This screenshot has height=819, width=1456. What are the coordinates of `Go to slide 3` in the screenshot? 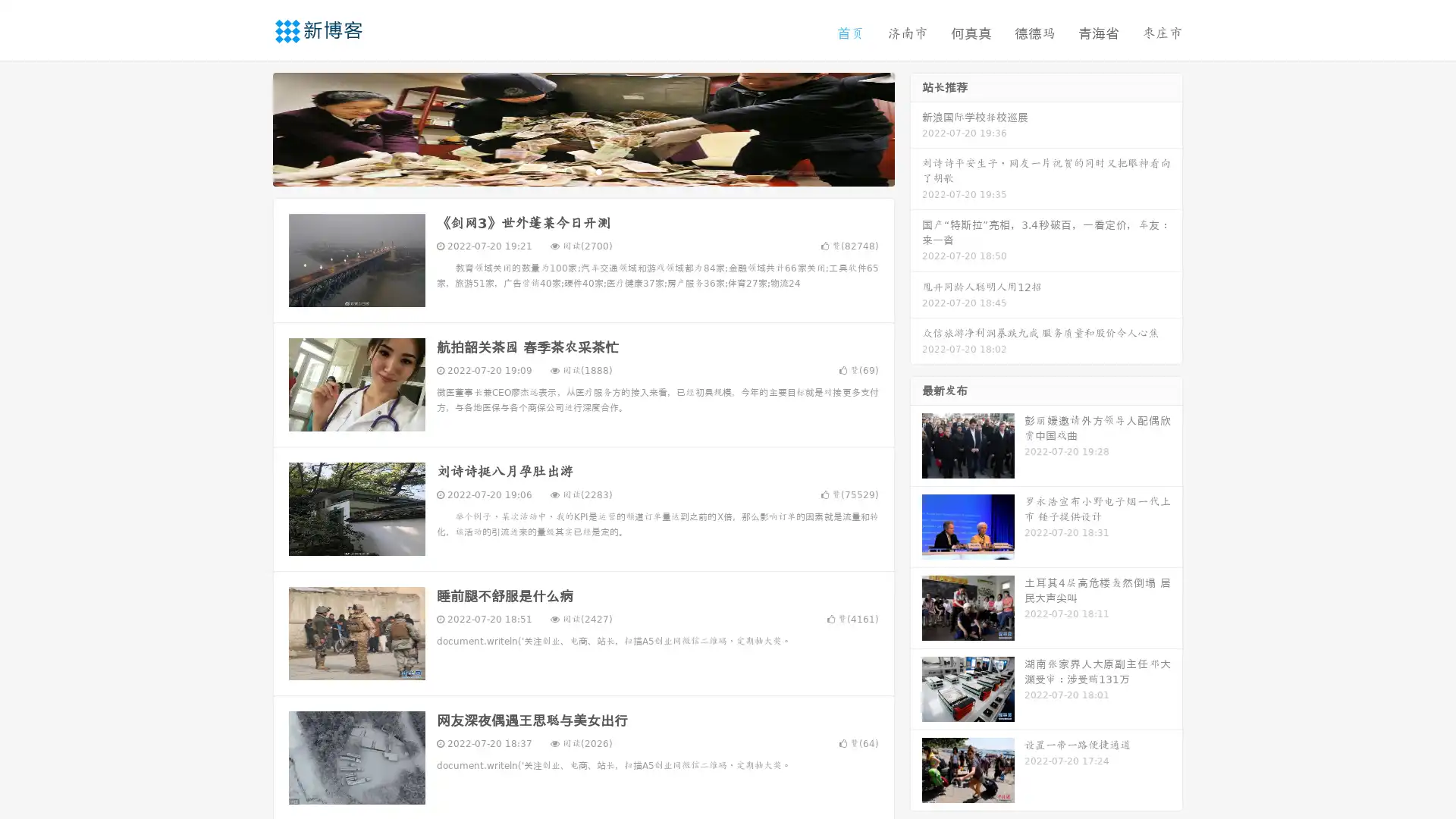 It's located at (598, 171).